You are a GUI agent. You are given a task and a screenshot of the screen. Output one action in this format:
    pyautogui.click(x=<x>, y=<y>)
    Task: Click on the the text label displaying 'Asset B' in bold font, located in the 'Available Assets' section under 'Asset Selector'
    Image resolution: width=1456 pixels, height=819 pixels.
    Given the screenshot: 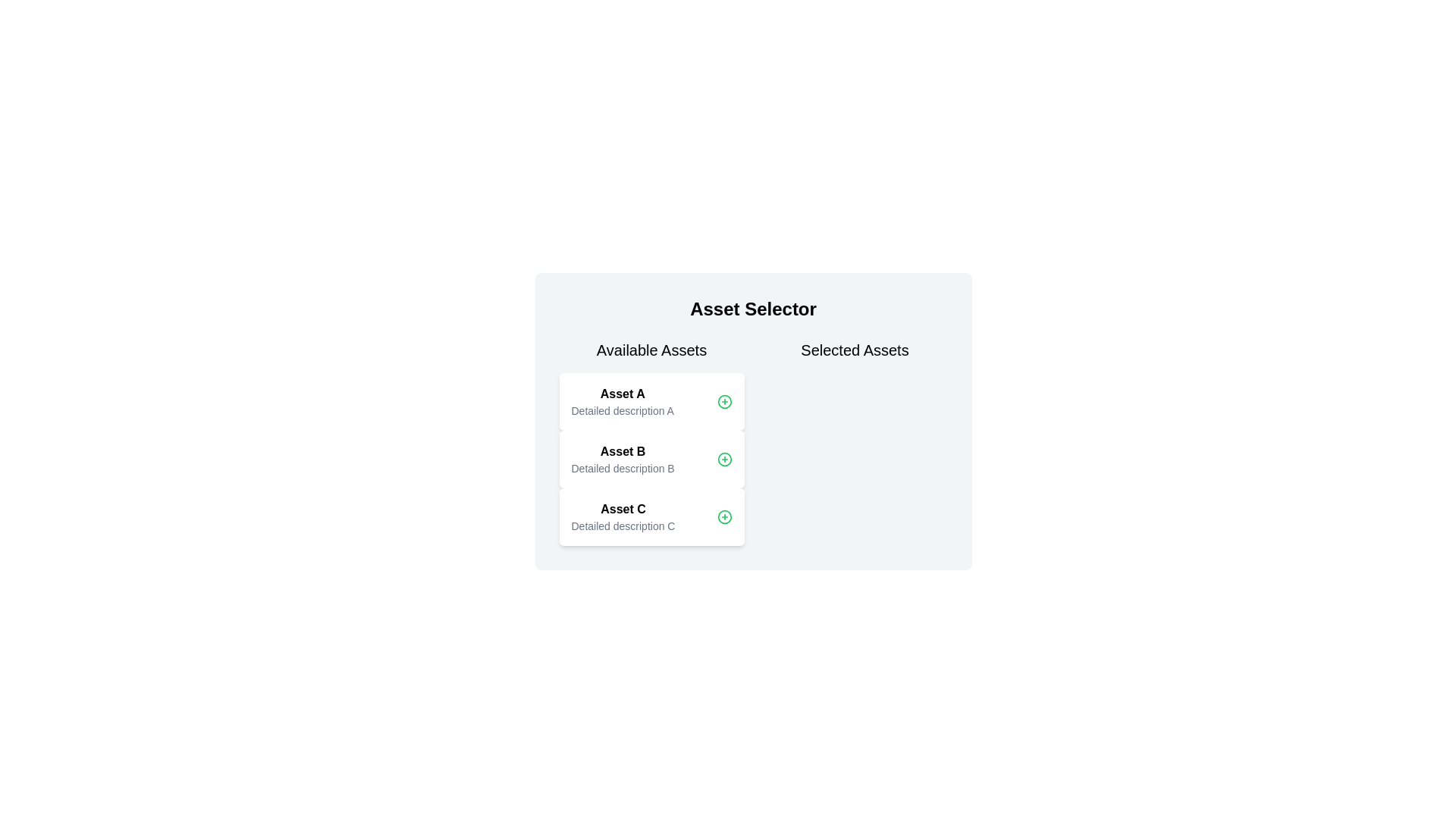 What is the action you would take?
    pyautogui.click(x=623, y=451)
    